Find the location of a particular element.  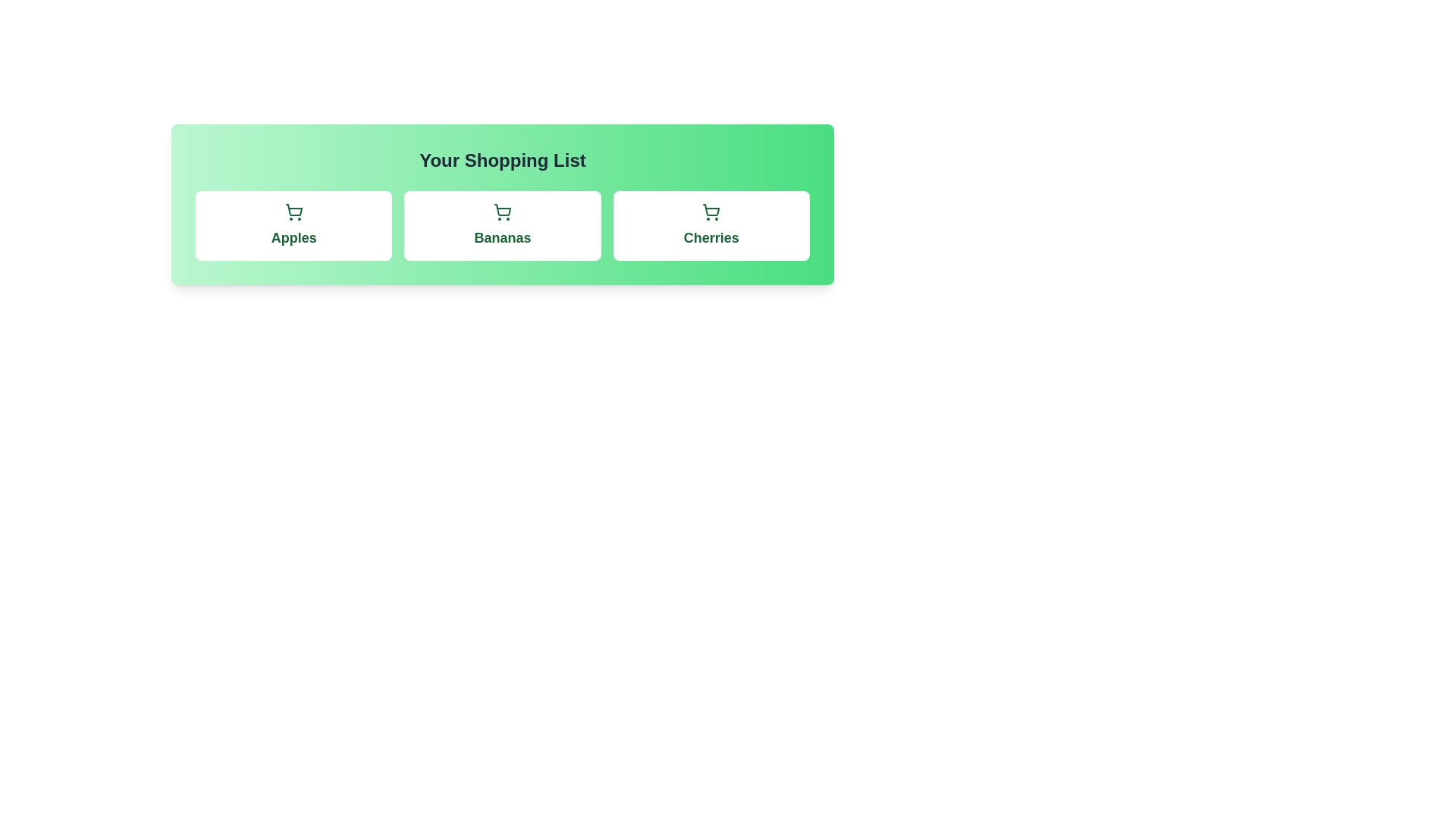

the item Cherries in the shopping list is located at coordinates (710, 225).